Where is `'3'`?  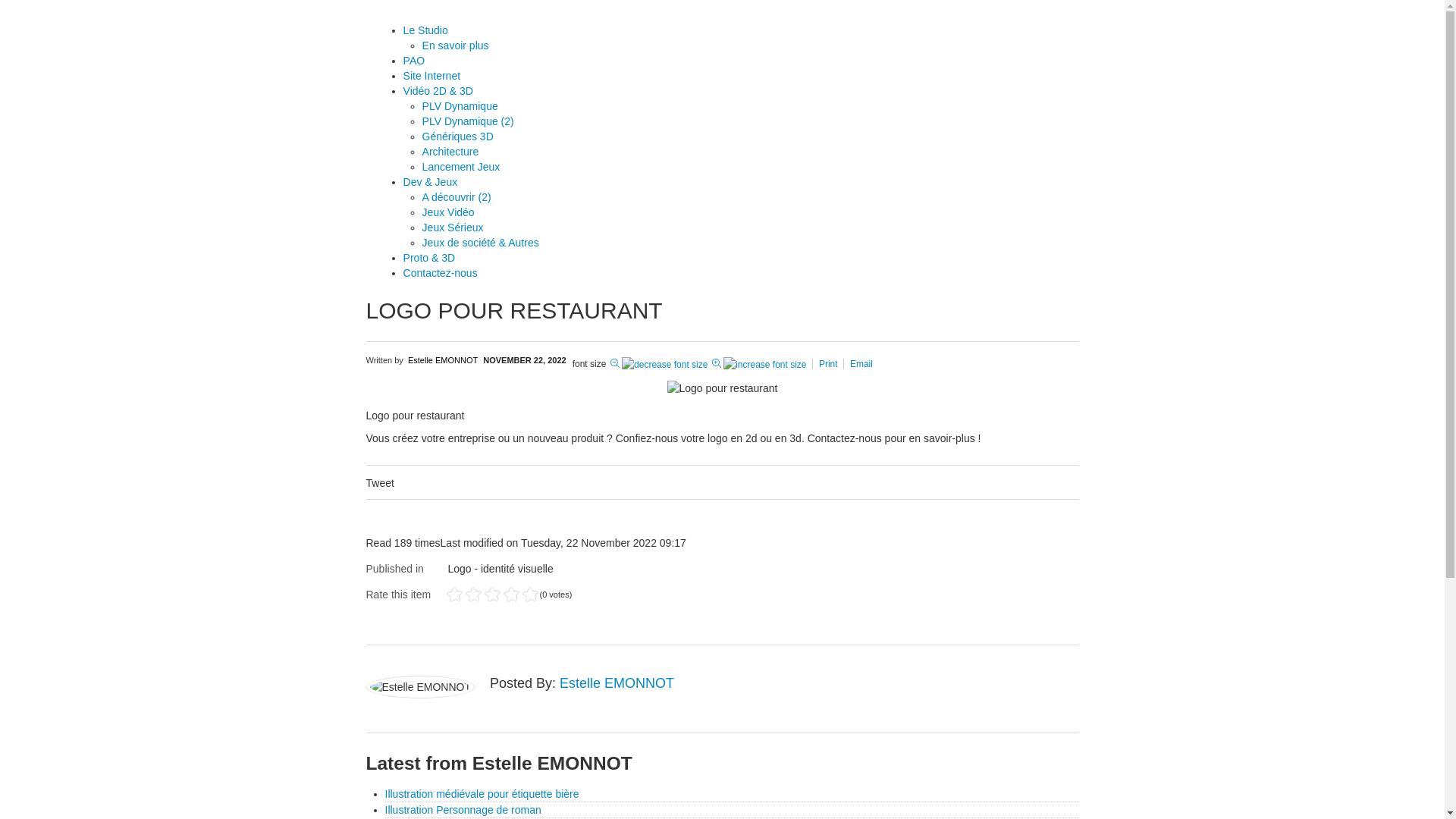
'3' is located at coordinates (472, 594).